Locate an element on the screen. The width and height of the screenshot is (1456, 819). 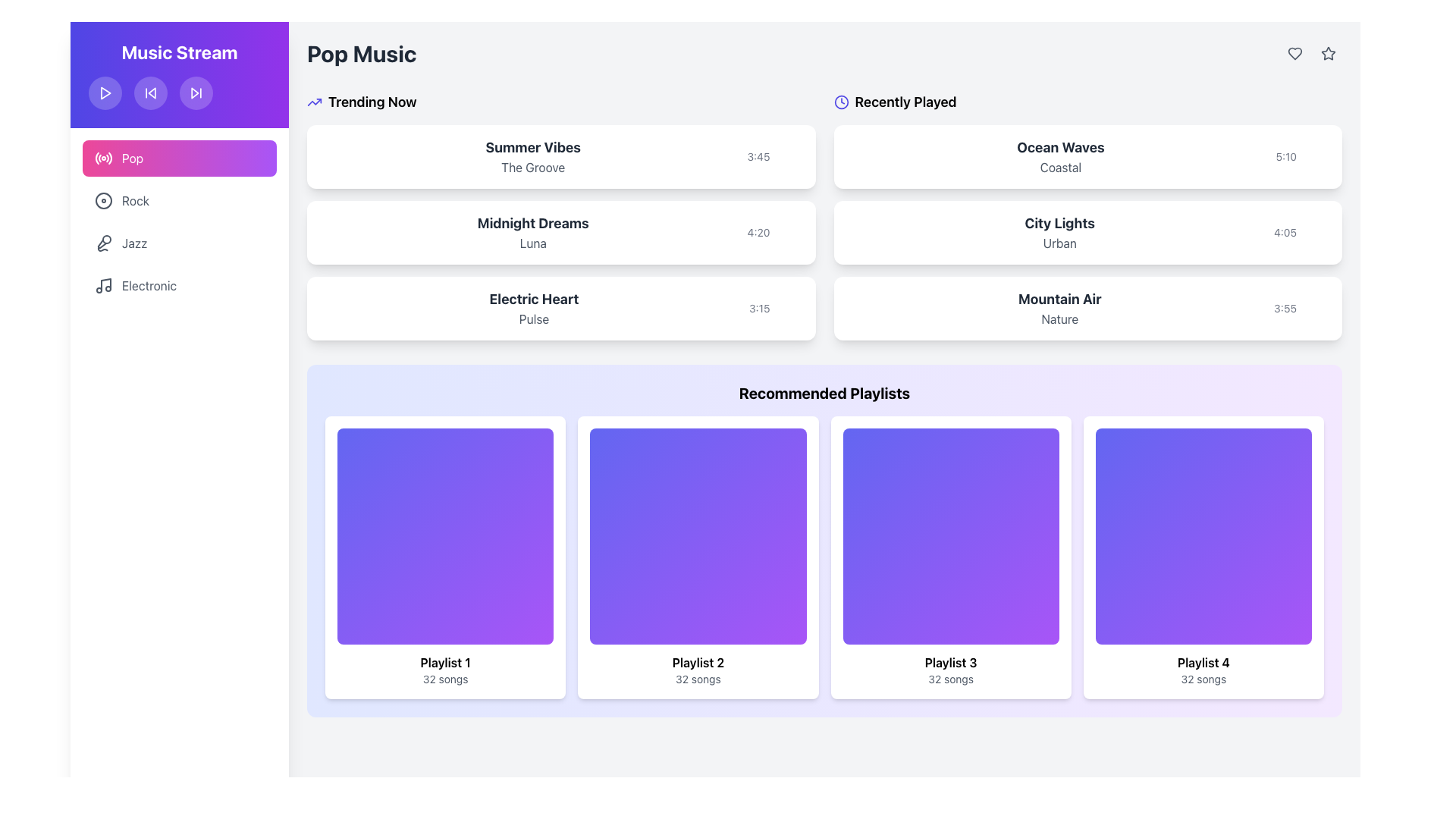
the 'Electronic' music genre icon located in the sidebar menu, positioned to the left of the 'Electronic' text label under the 'Music Stream' section is located at coordinates (103, 286).